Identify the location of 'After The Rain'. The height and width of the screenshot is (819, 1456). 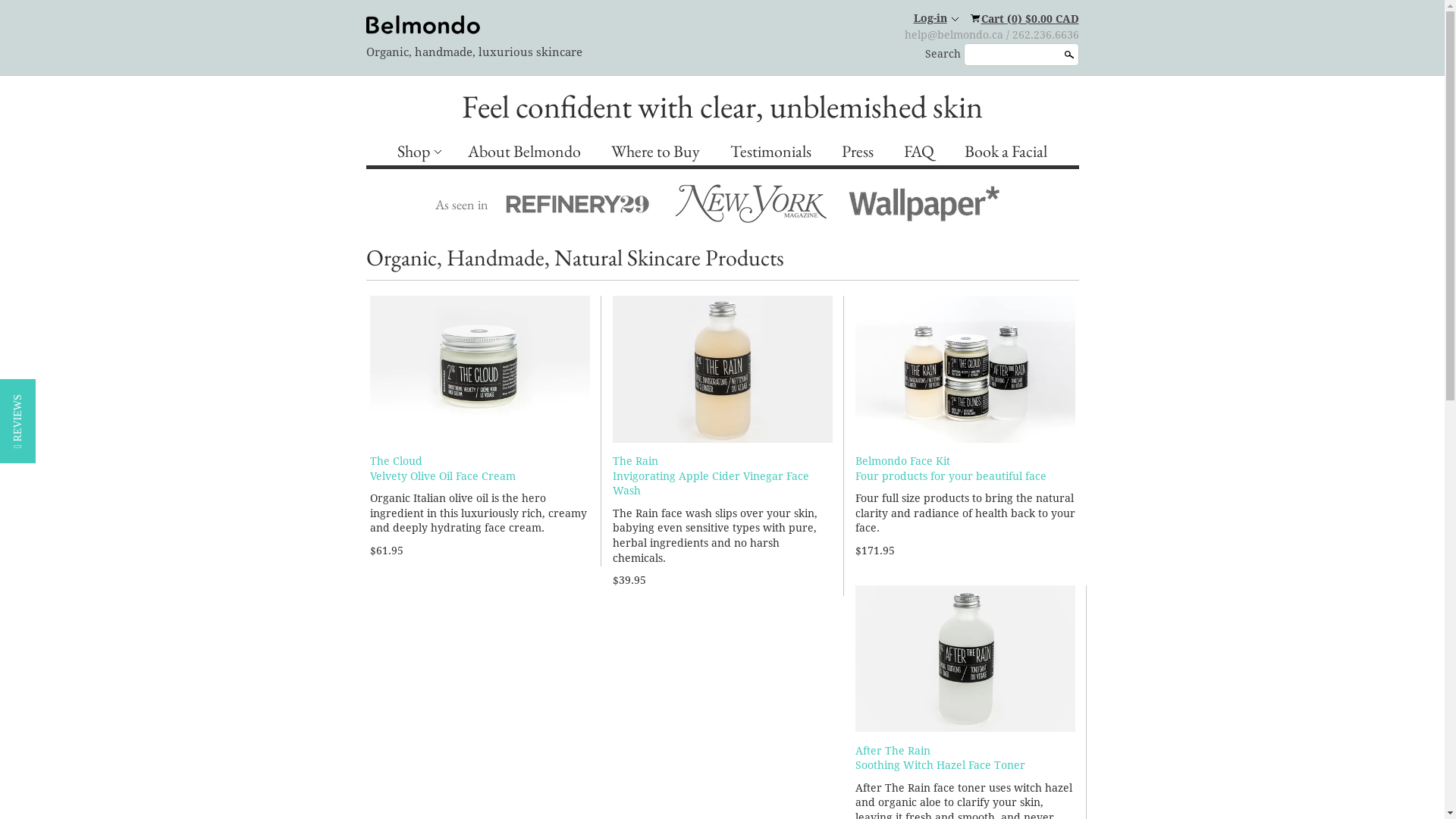
(893, 751).